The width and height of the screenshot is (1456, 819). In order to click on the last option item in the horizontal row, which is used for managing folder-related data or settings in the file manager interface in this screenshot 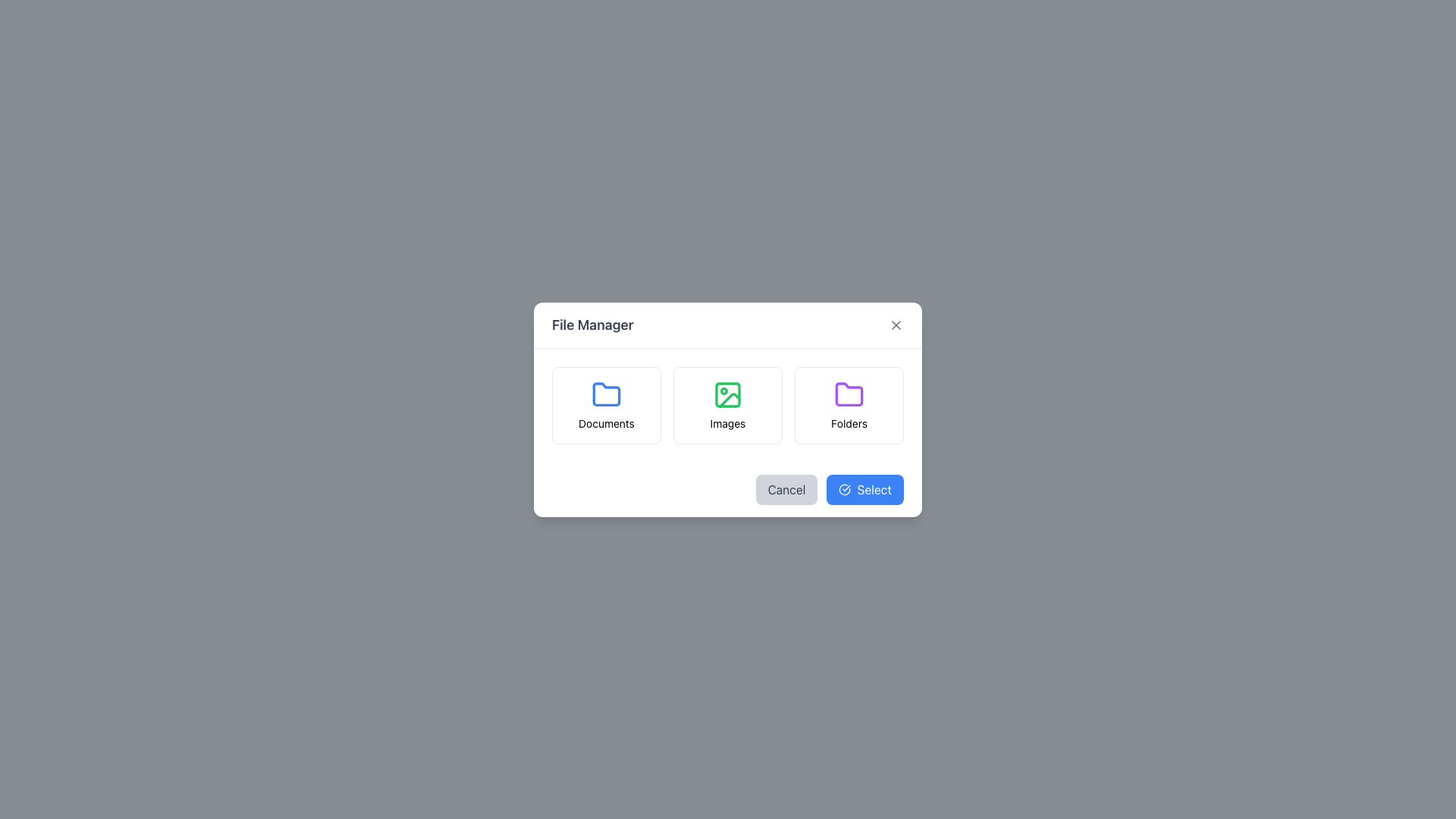, I will do `click(848, 403)`.